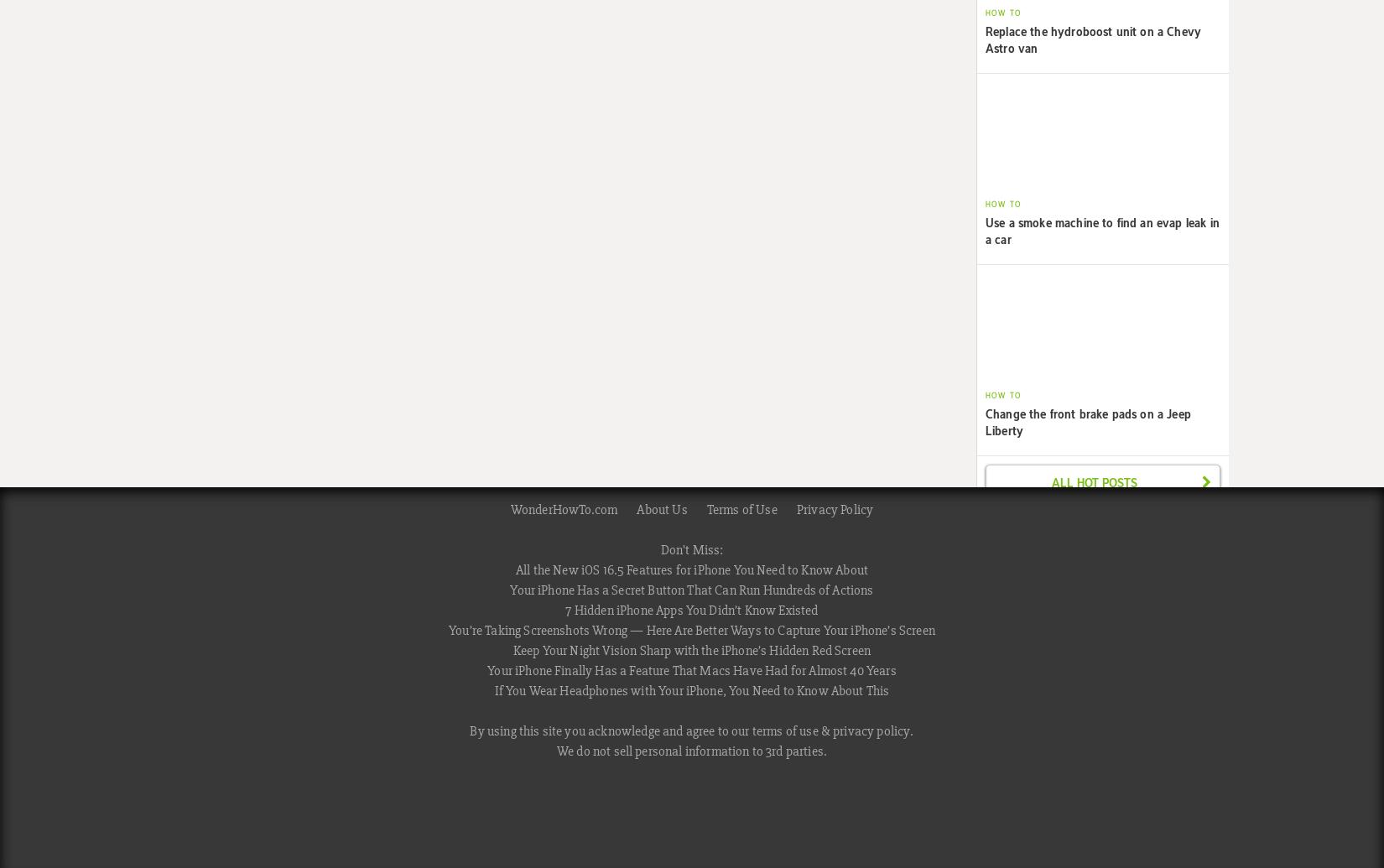  What do you see at coordinates (513, 569) in the screenshot?
I see `'All the New iOS 16.5 Features for iPhone You Need to Know About'` at bounding box center [513, 569].